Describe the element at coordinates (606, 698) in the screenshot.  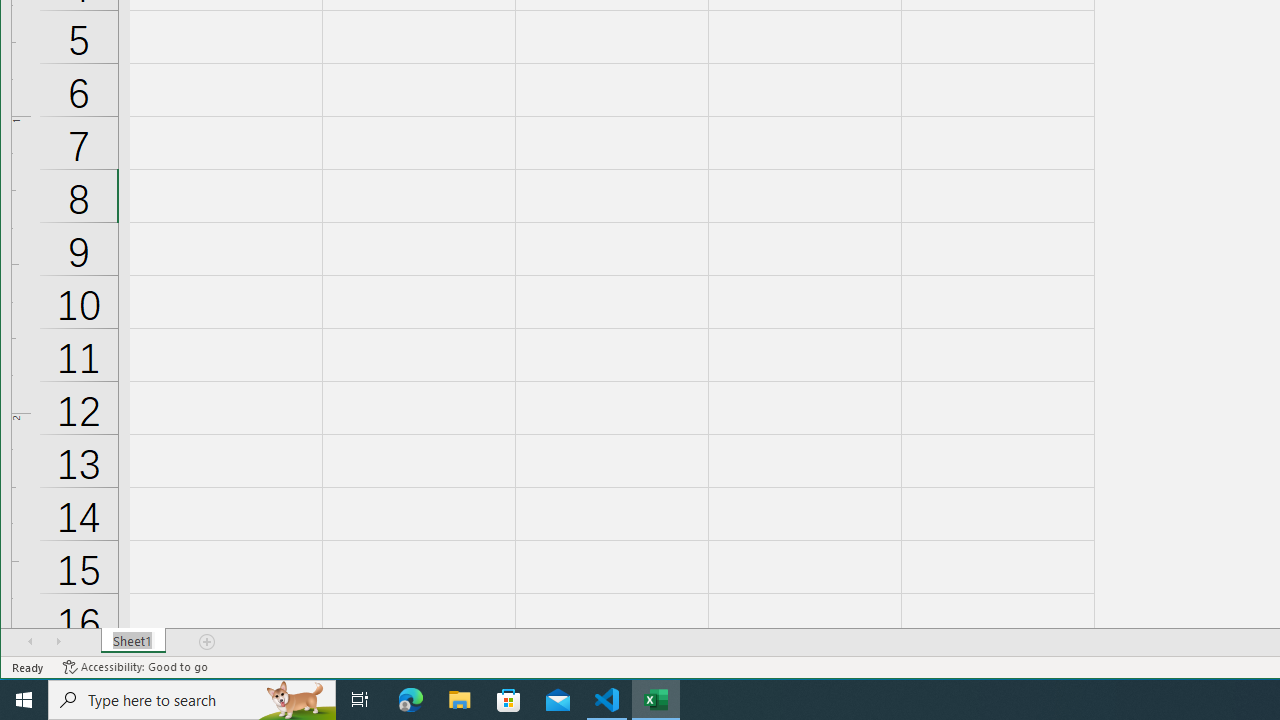
I see `'Visual Studio Code - 1 running window'` at that location.